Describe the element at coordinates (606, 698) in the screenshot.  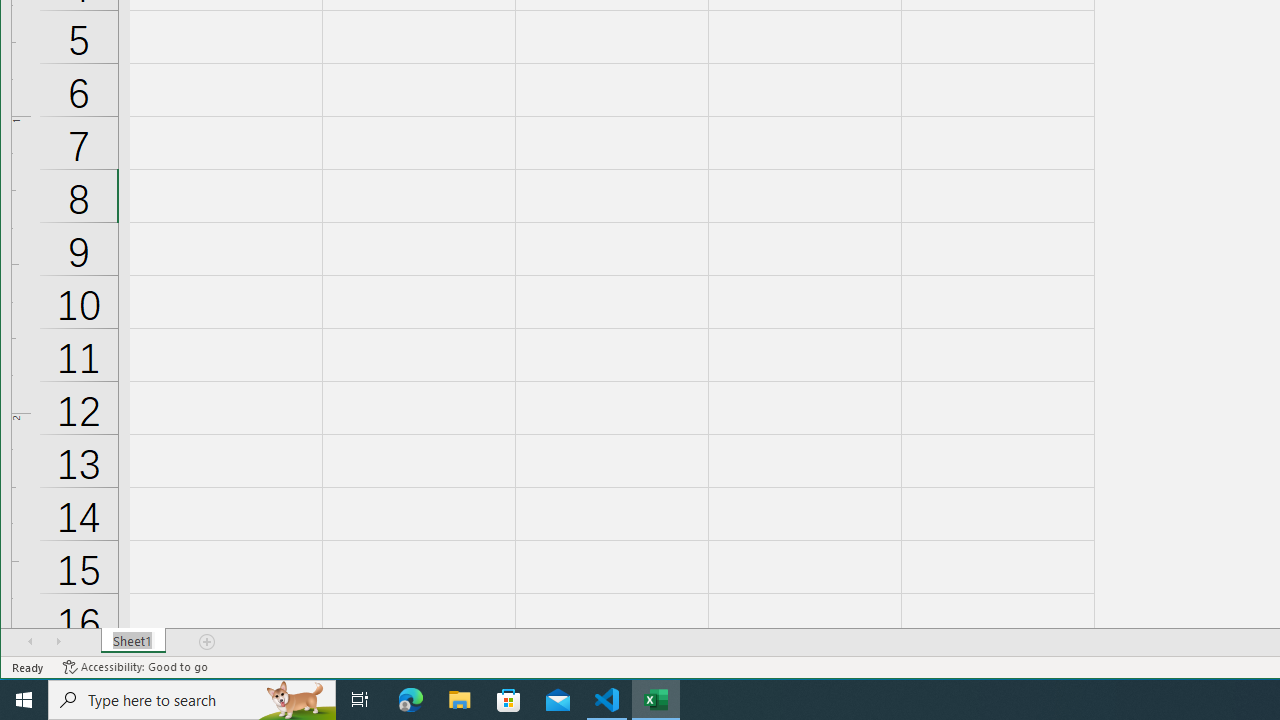
I see `'Visual Studio Code - 1 running window'` at that location.